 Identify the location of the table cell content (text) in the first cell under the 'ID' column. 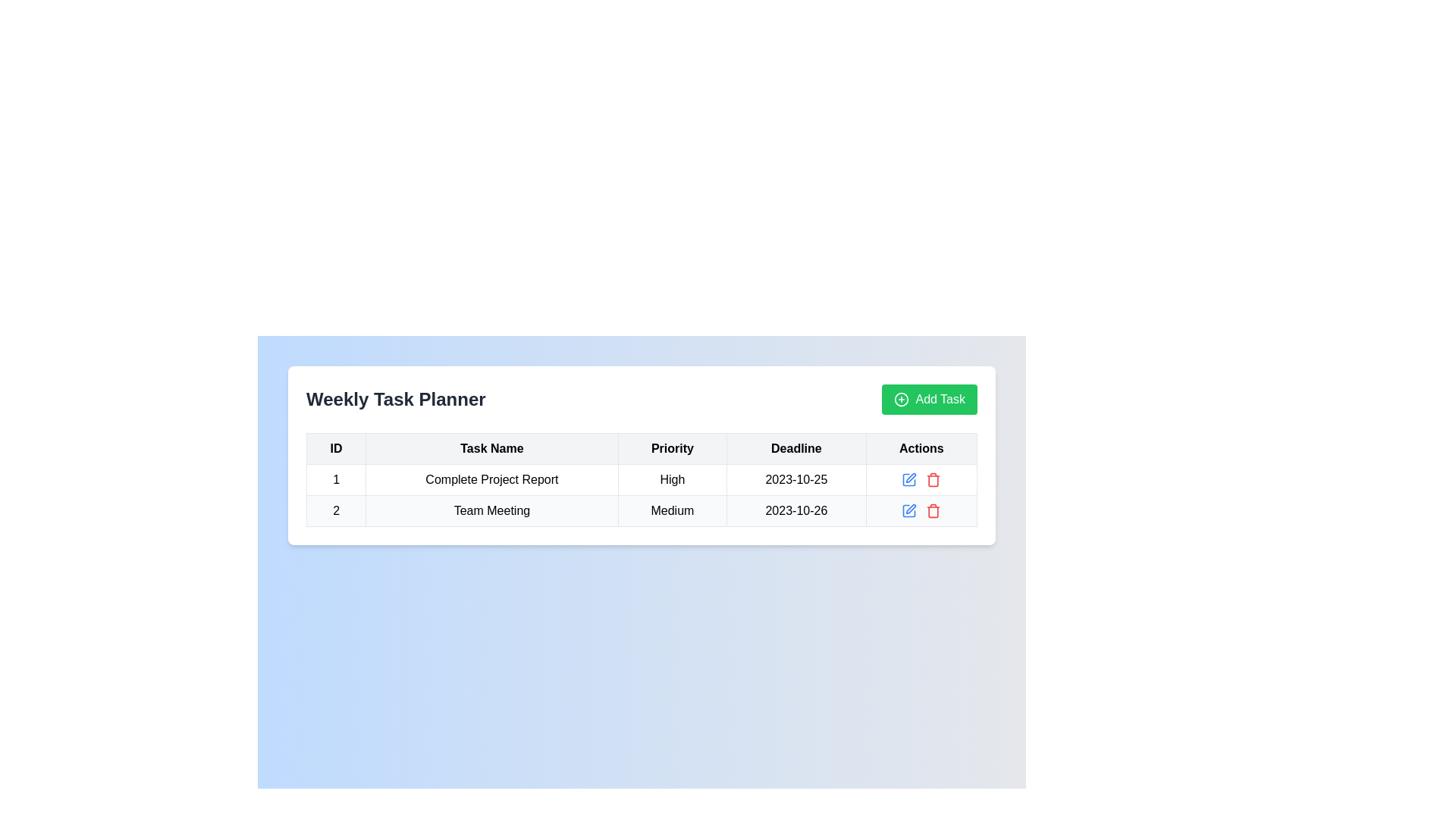
(335, 479).